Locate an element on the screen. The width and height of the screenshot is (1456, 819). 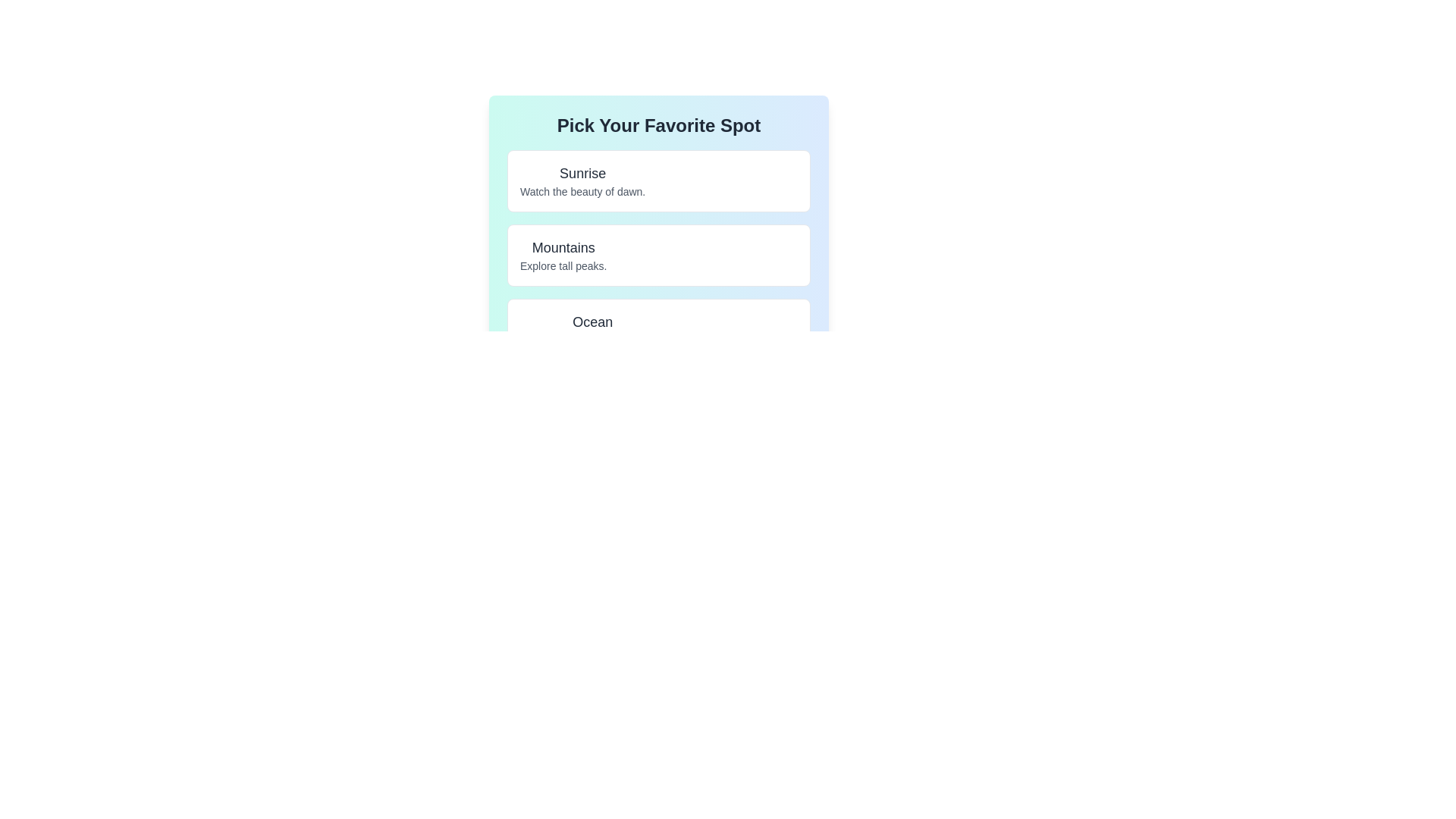
the static text element reading 'Explore tall peaks.' which is styled in gray and located below the heading 'Mountains' is located at coordinates (563, 265).